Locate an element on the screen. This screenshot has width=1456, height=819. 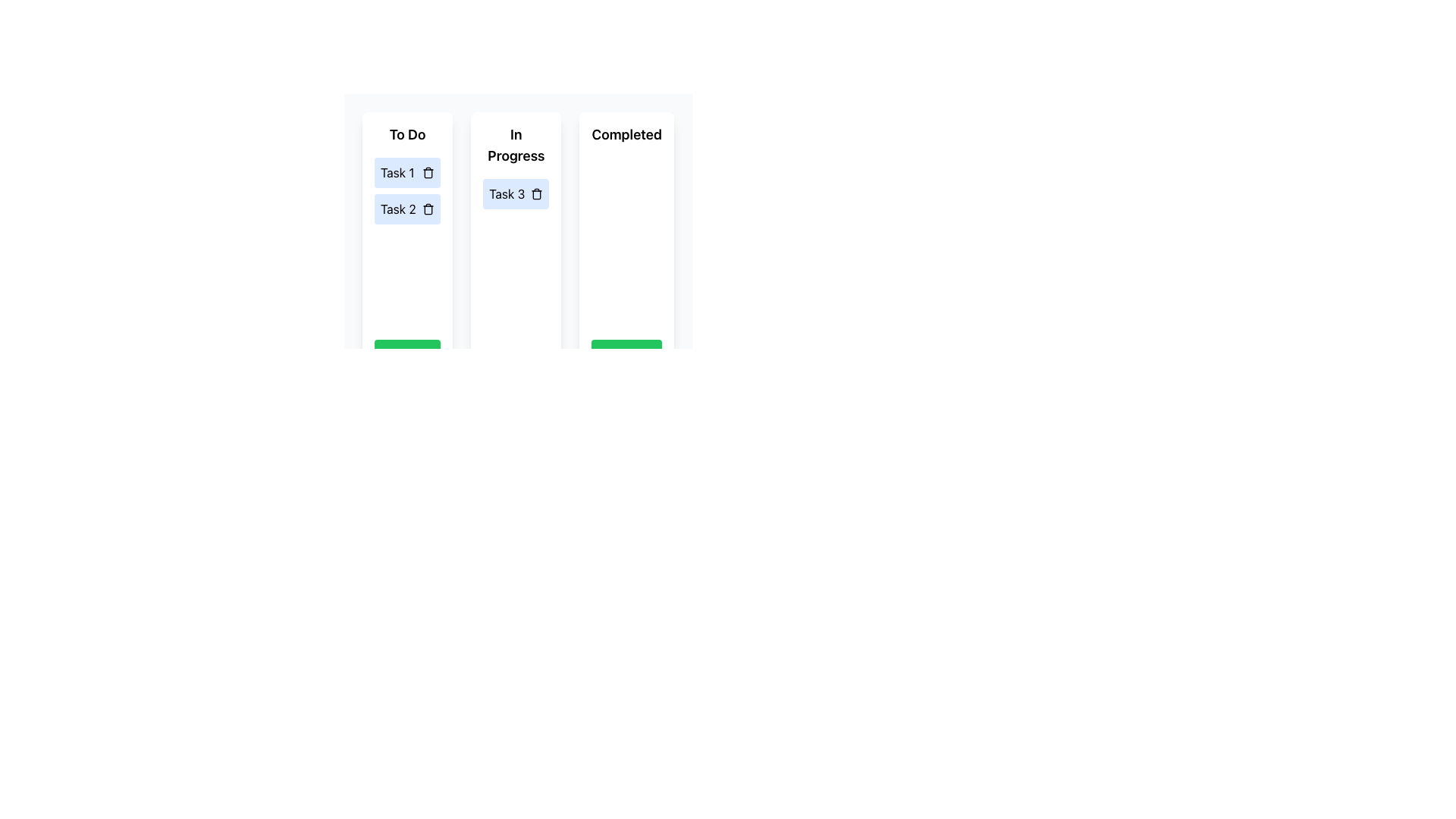
text label indicating the status 'In Progress' located at the top of the card component is located at coordinates (516, 146).